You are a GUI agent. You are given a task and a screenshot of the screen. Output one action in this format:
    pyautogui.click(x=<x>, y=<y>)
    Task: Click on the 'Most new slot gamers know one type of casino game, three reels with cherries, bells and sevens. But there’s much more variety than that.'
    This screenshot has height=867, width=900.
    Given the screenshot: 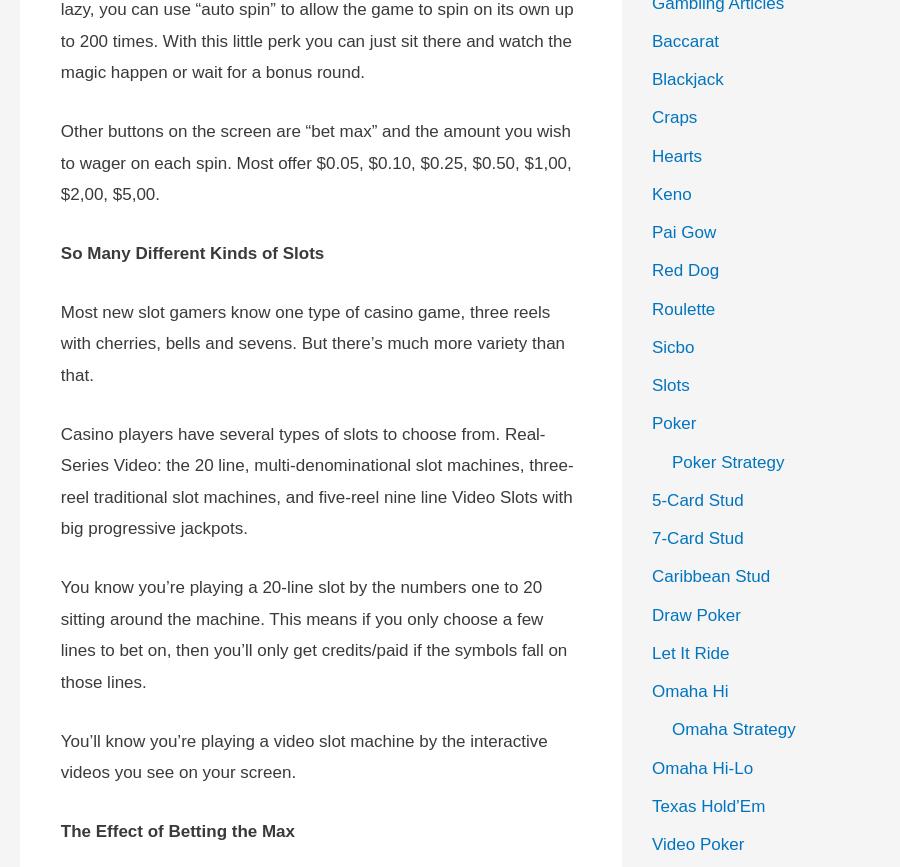 What is the action you would take?
    pyautogui.click(x=311, y=342)
    